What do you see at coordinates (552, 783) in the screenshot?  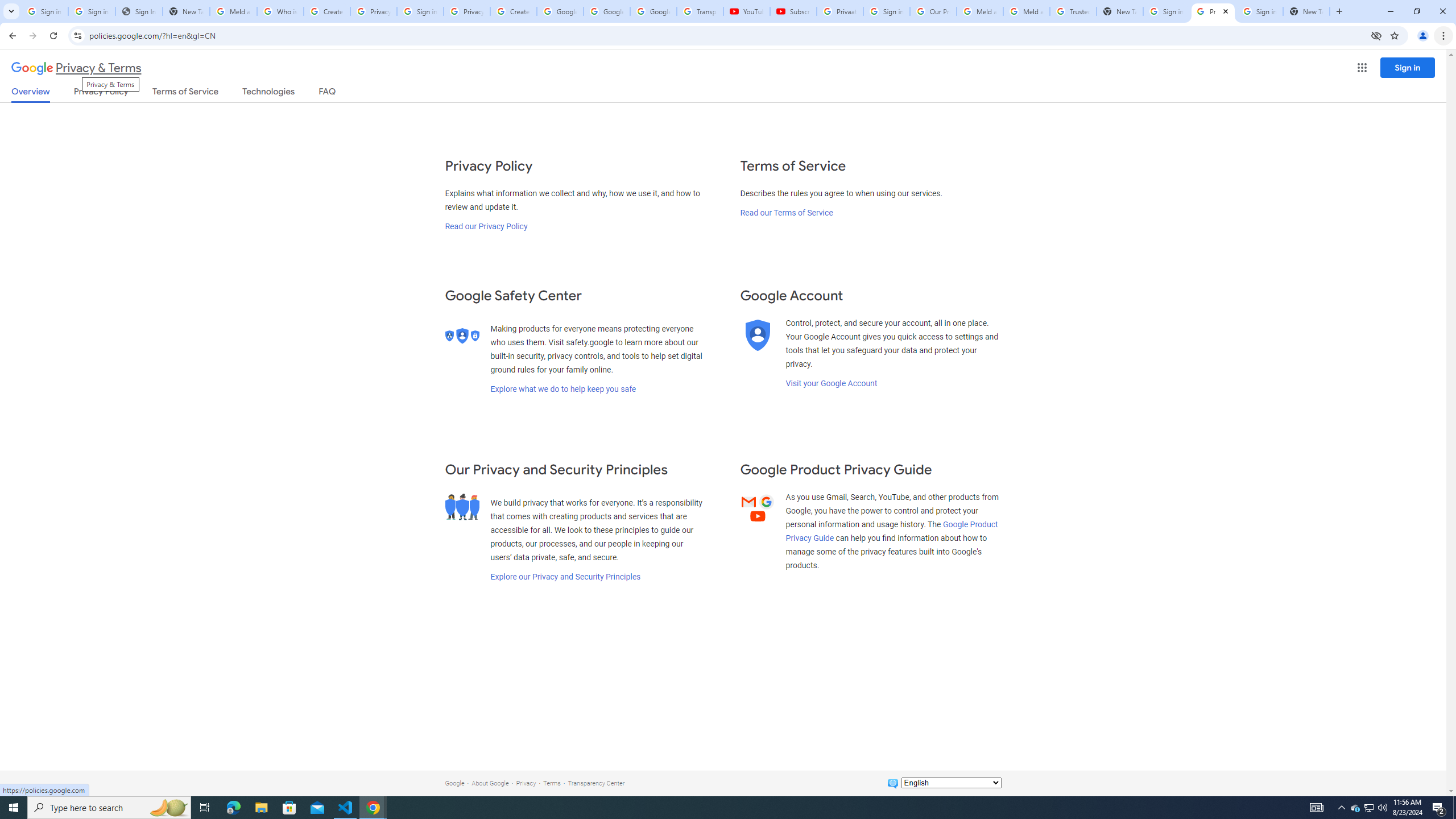 I see `'Terms'` at bounding box center [552, 783].